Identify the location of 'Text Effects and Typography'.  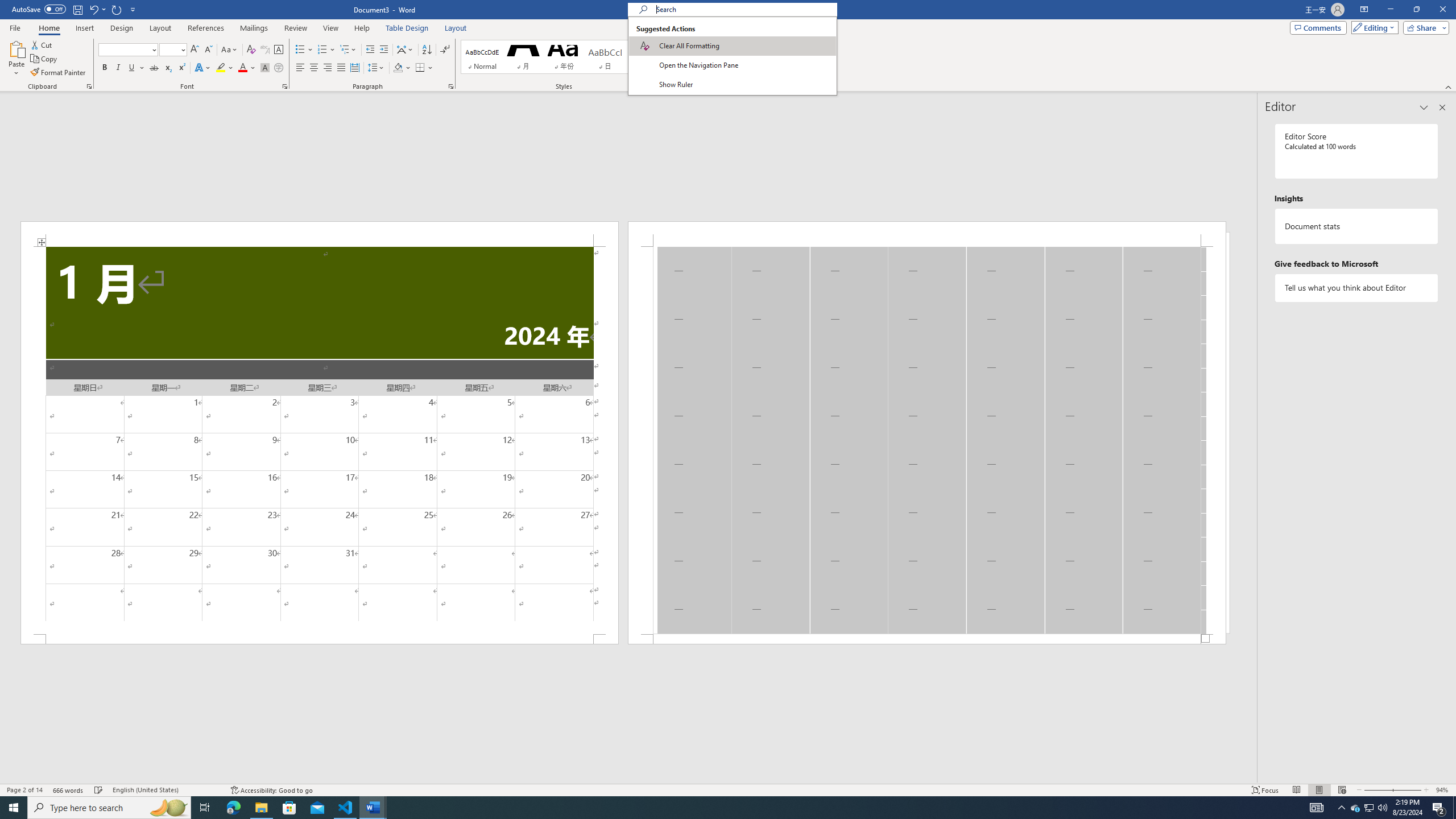
(201, 67).